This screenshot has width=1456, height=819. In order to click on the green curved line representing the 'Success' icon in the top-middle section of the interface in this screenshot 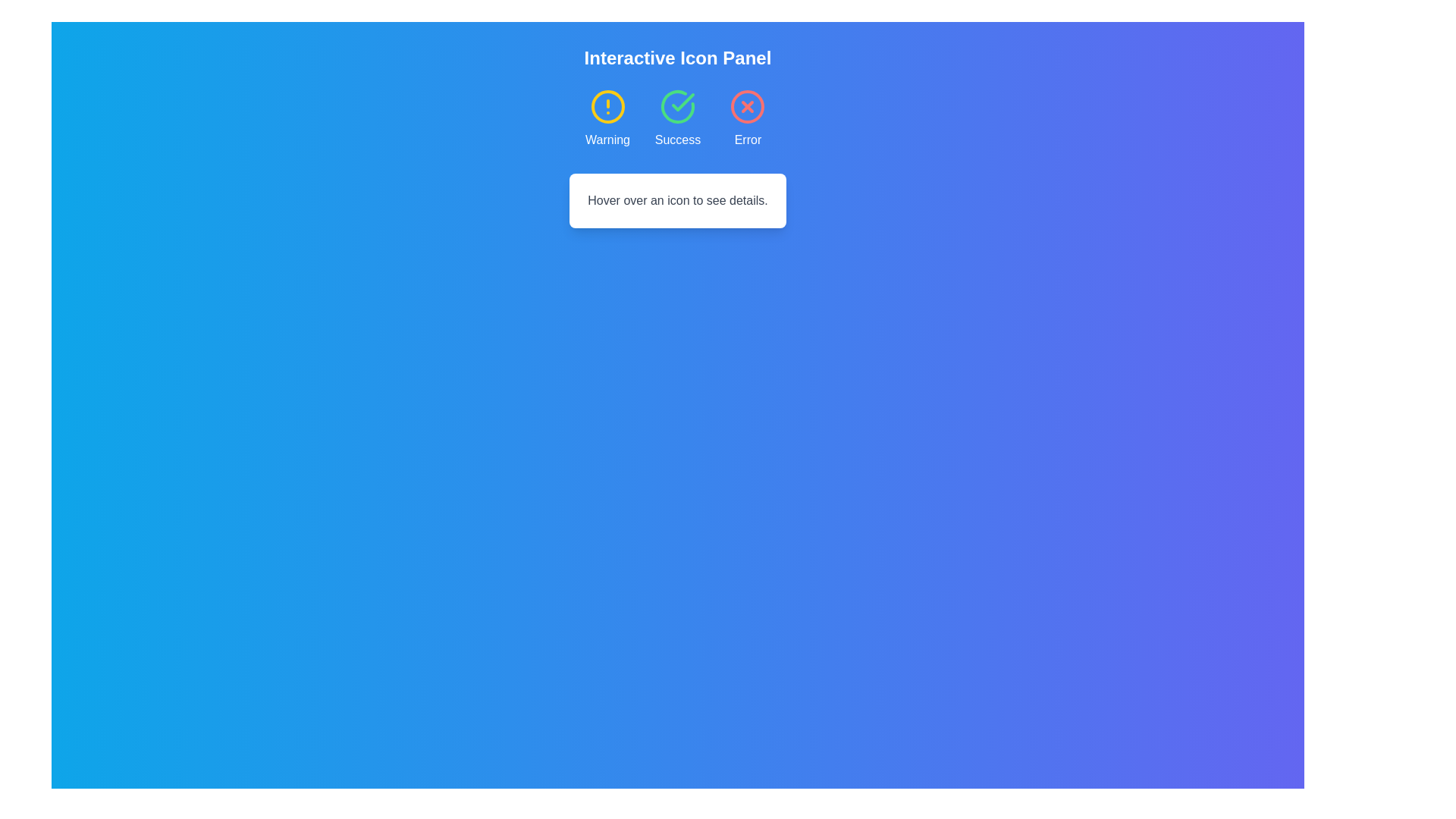, I will do `click(676, 105)`.